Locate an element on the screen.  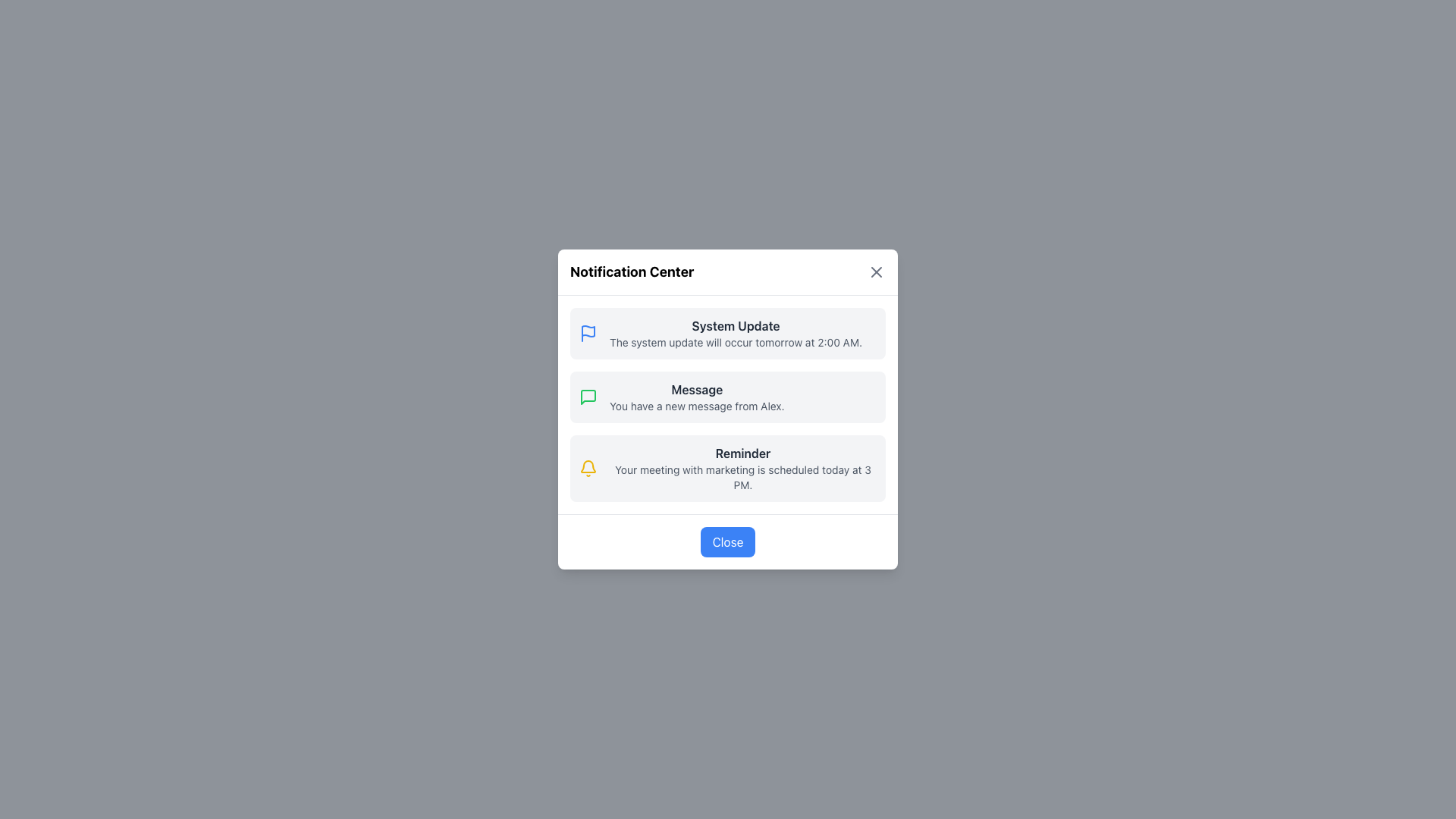
the 'System Update' notification icon, which is positioned to the left of the notification text and serves as a graphical indicator of importance or status is located at coordinates (588, 332).